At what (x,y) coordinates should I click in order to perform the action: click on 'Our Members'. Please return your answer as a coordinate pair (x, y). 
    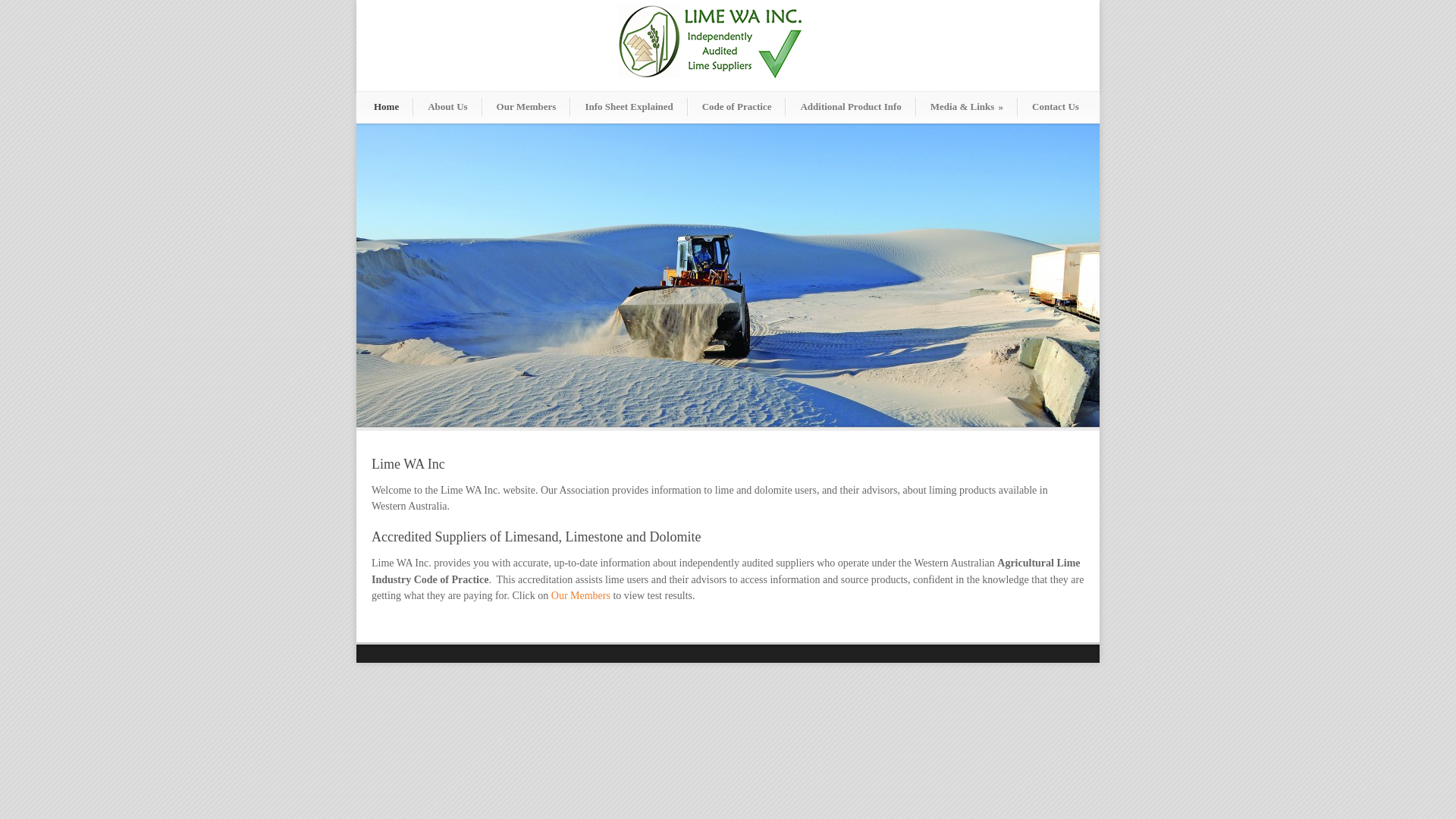
    Looking at the image, I should click on (580, 595).